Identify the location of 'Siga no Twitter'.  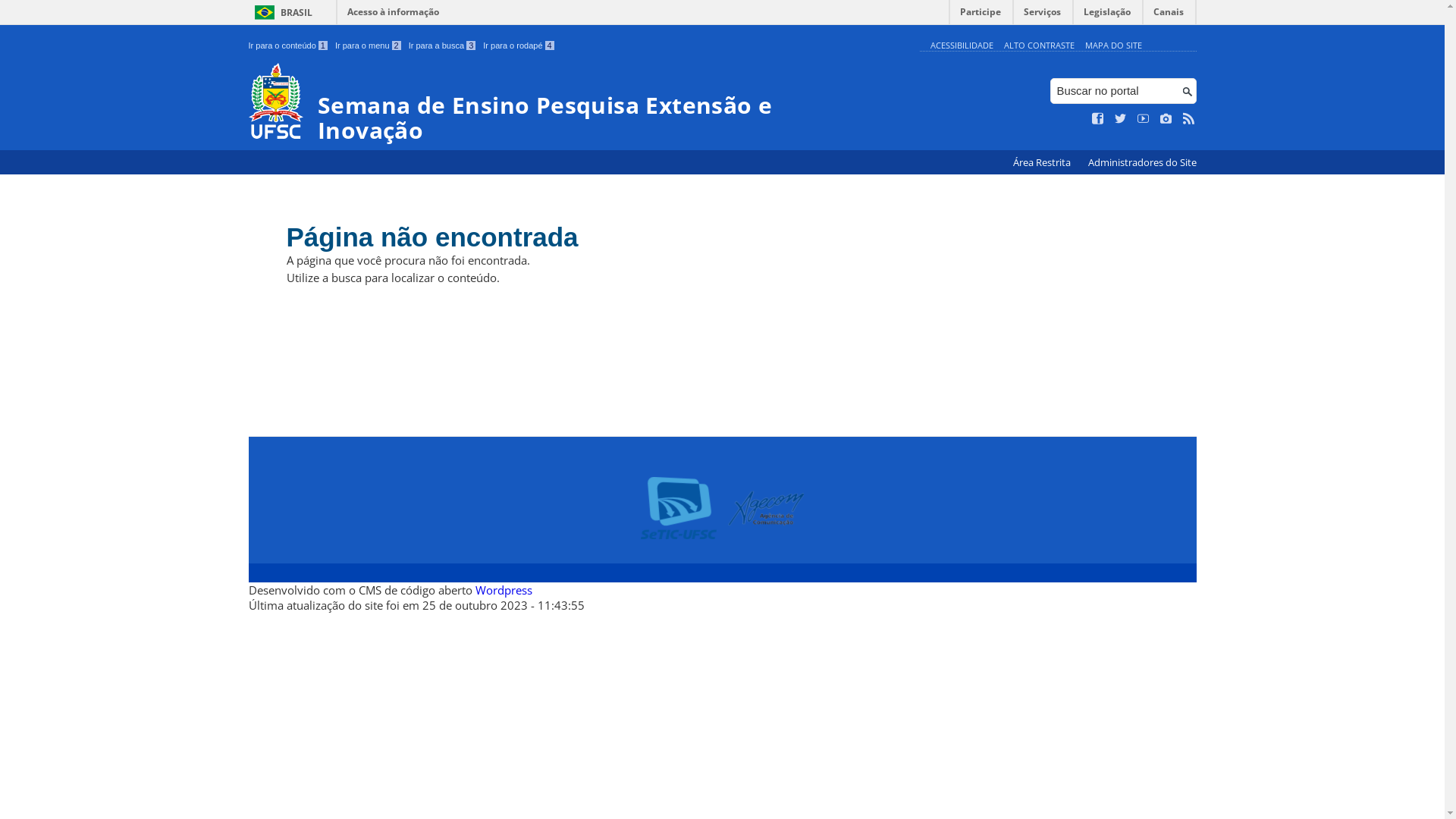
(1121, 118).